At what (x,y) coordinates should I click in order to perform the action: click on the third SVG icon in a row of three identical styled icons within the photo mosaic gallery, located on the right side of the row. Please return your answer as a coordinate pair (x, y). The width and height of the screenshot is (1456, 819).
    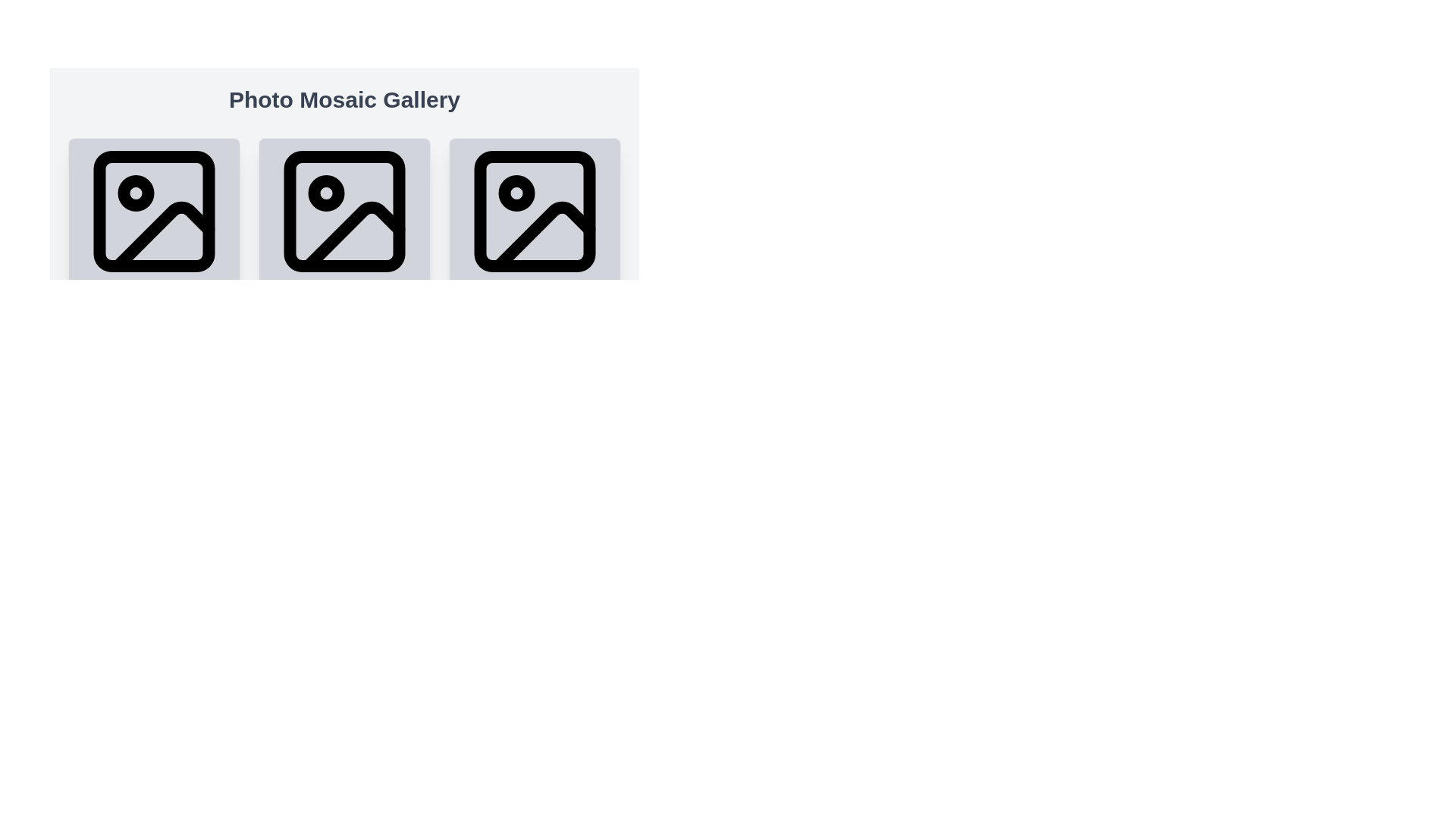
    Looking at the image, I should click on (535, 211).